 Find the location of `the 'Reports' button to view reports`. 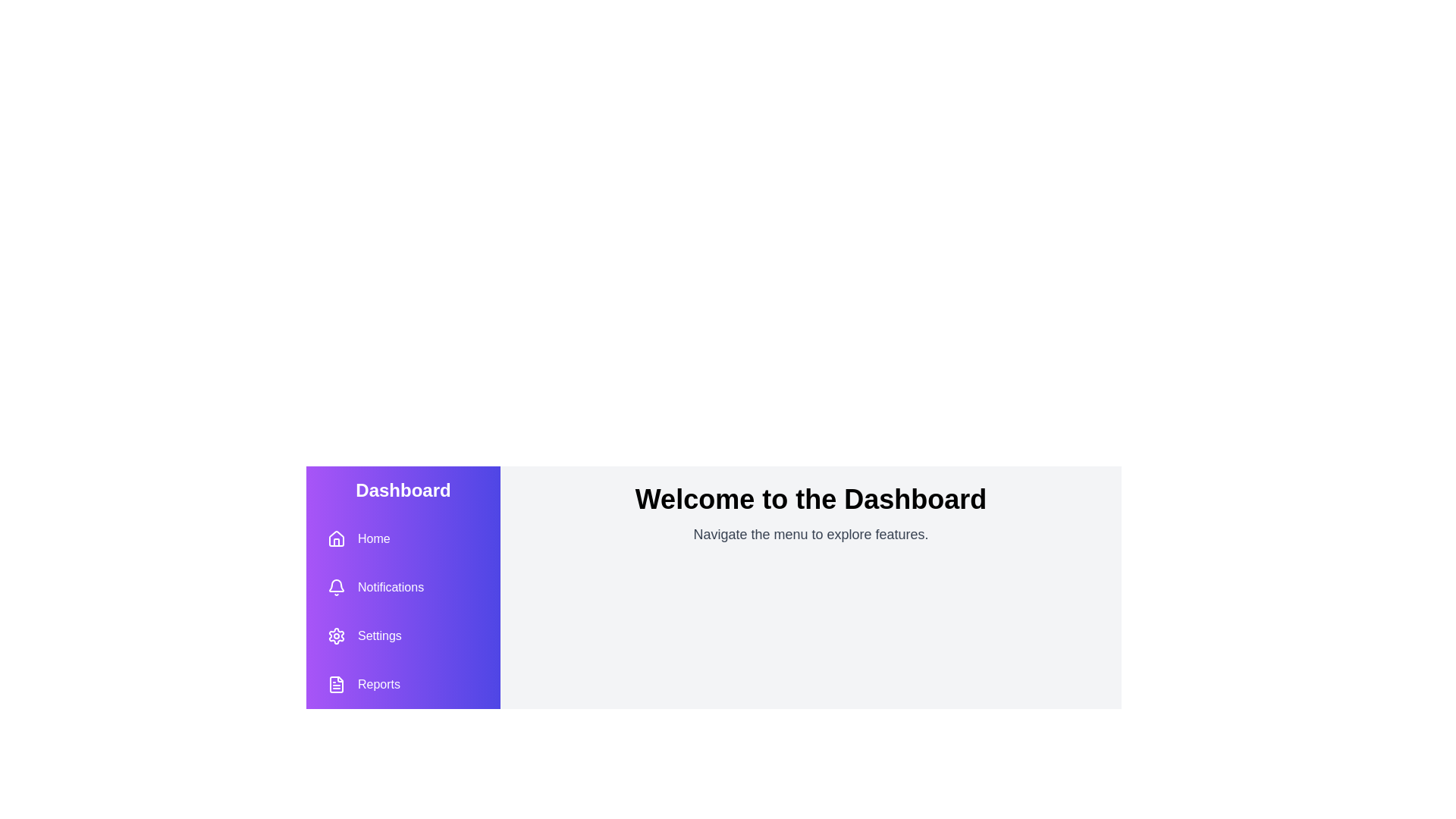

the 'Reports' button to view reports is located at coordinates (364, 684).